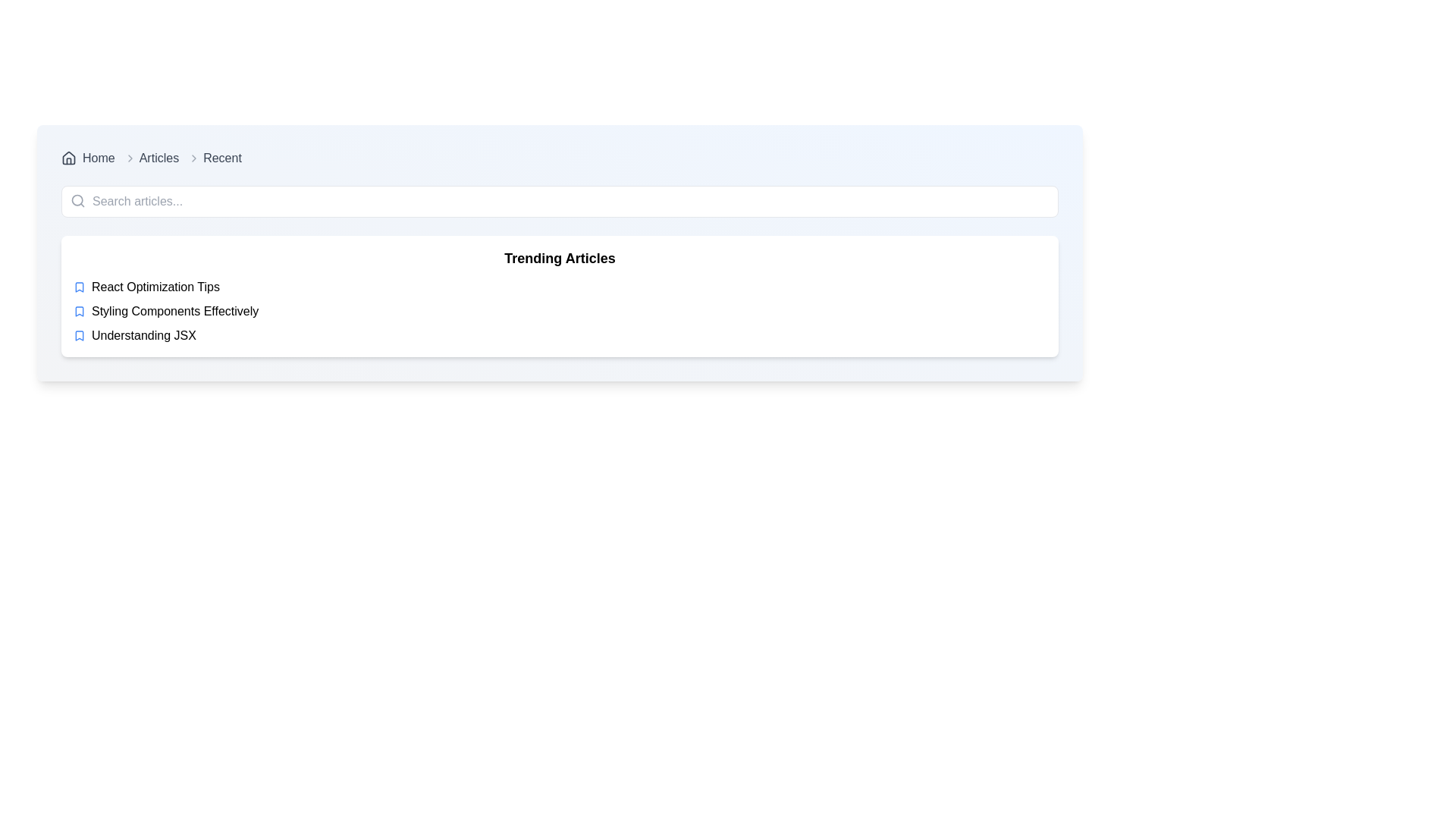 The image size is (1456, 819). I want to click on the 'Recent' breadcrumb link, which is the last item in the breadcrumb navigation bar, indicated by the right-pointing arrow icon preceding it, so click(212, 158).